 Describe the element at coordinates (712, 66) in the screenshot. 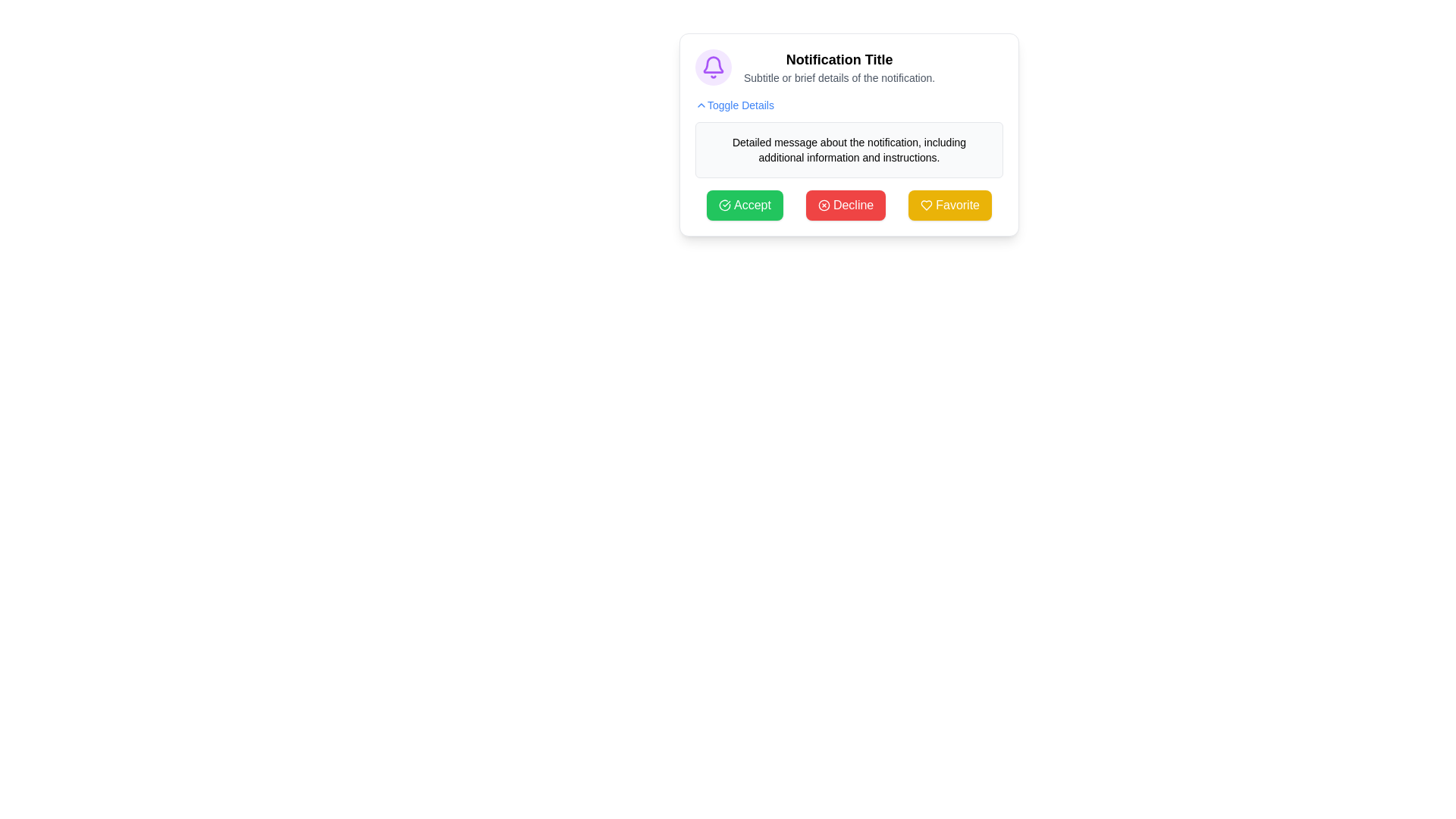

I see `the notification icon located at the top-left area of the card titled 'Notification Title', which is represented by a circular icon with a purple outline` at that location.